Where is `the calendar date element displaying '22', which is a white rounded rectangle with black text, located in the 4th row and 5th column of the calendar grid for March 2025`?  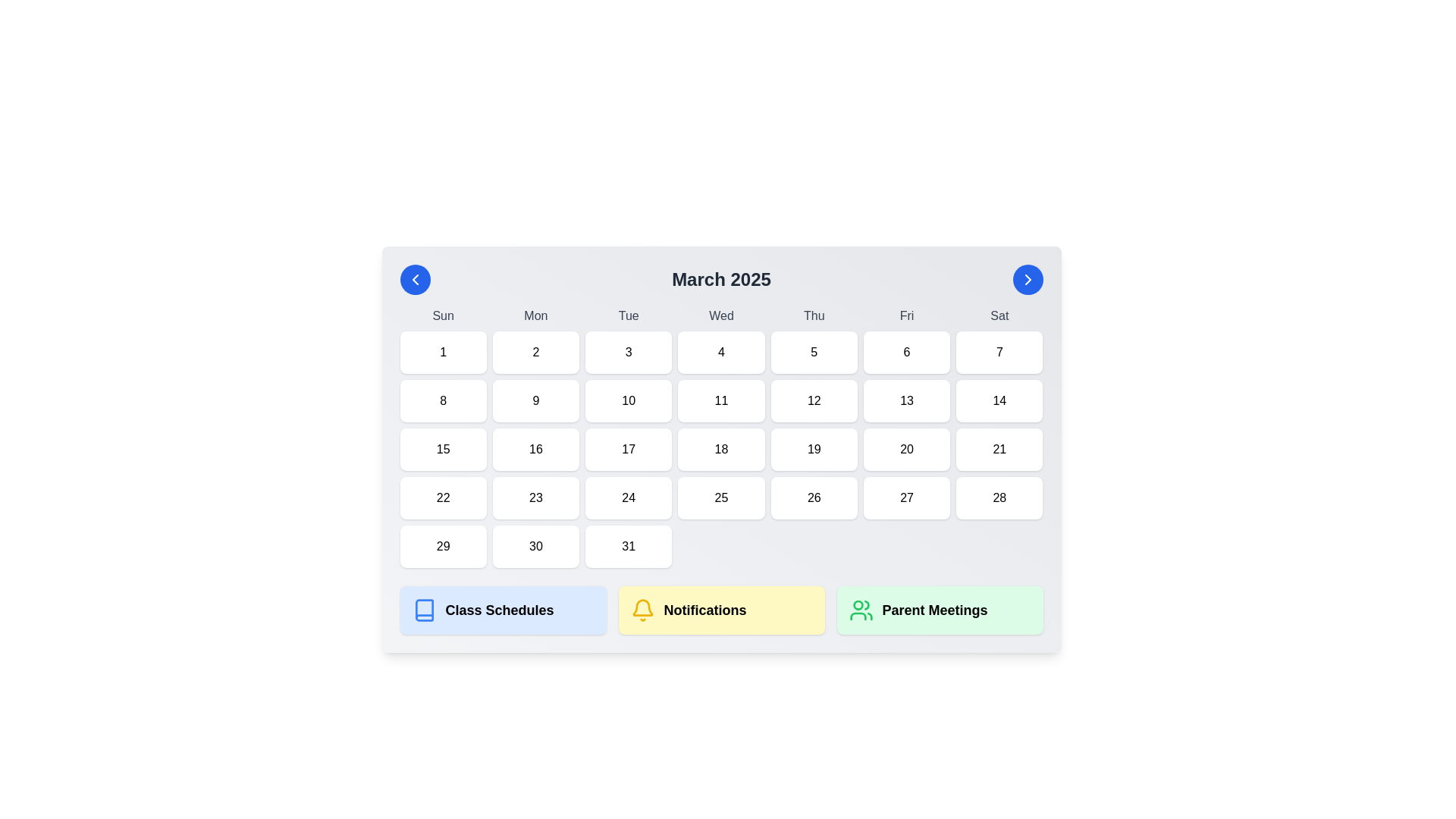 the calendar date element displaying '22', which is a white rounded rectangle with black text, located in the 4th row and 5th column of the calendar grid for March 2025 is located at coordinates (442, 497).